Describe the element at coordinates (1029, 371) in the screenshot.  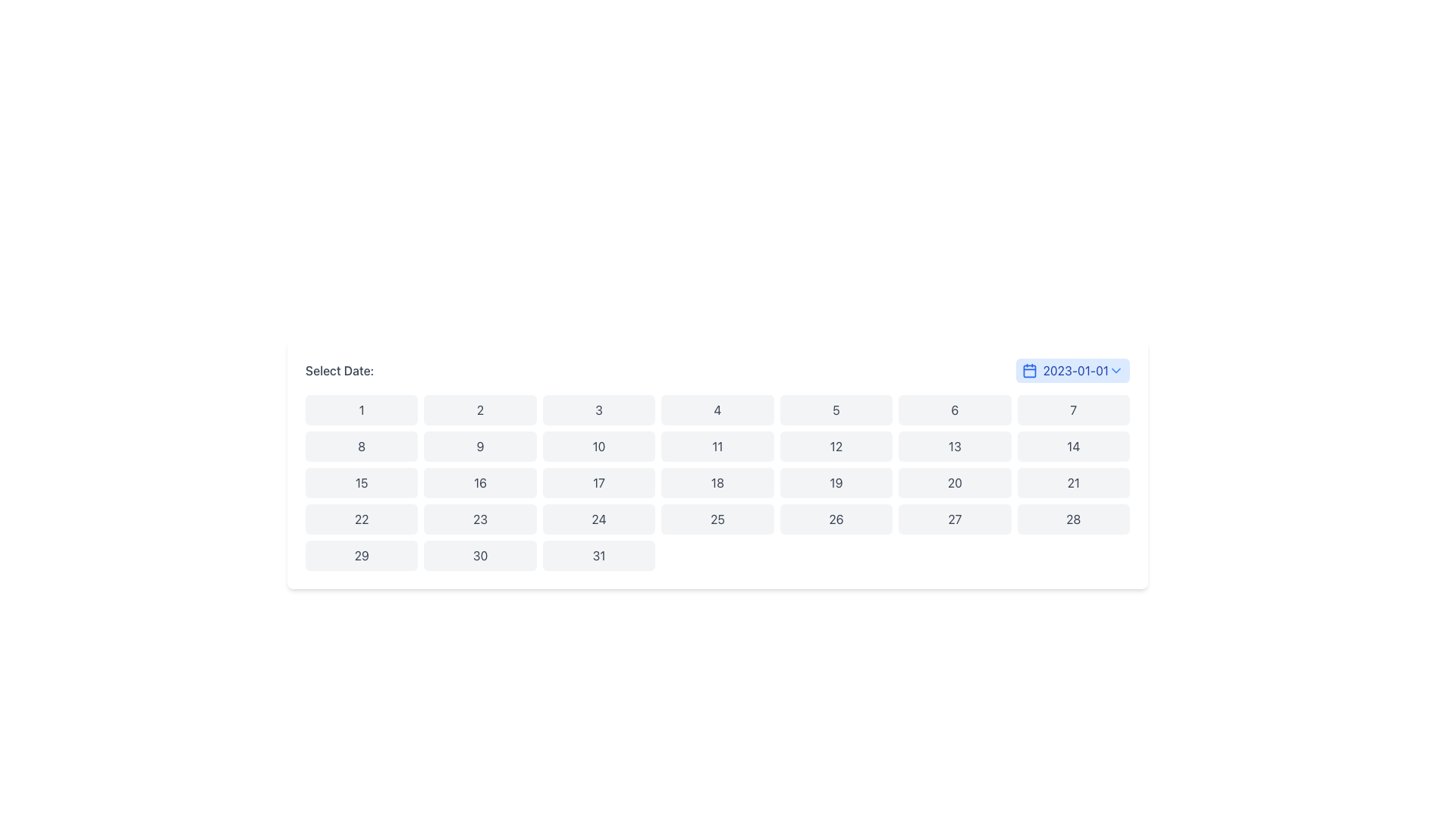
I see `the calendar icon with a blue outline and rounded corners, located on the right-hand side of the date display and dropdown arrow` at that location.